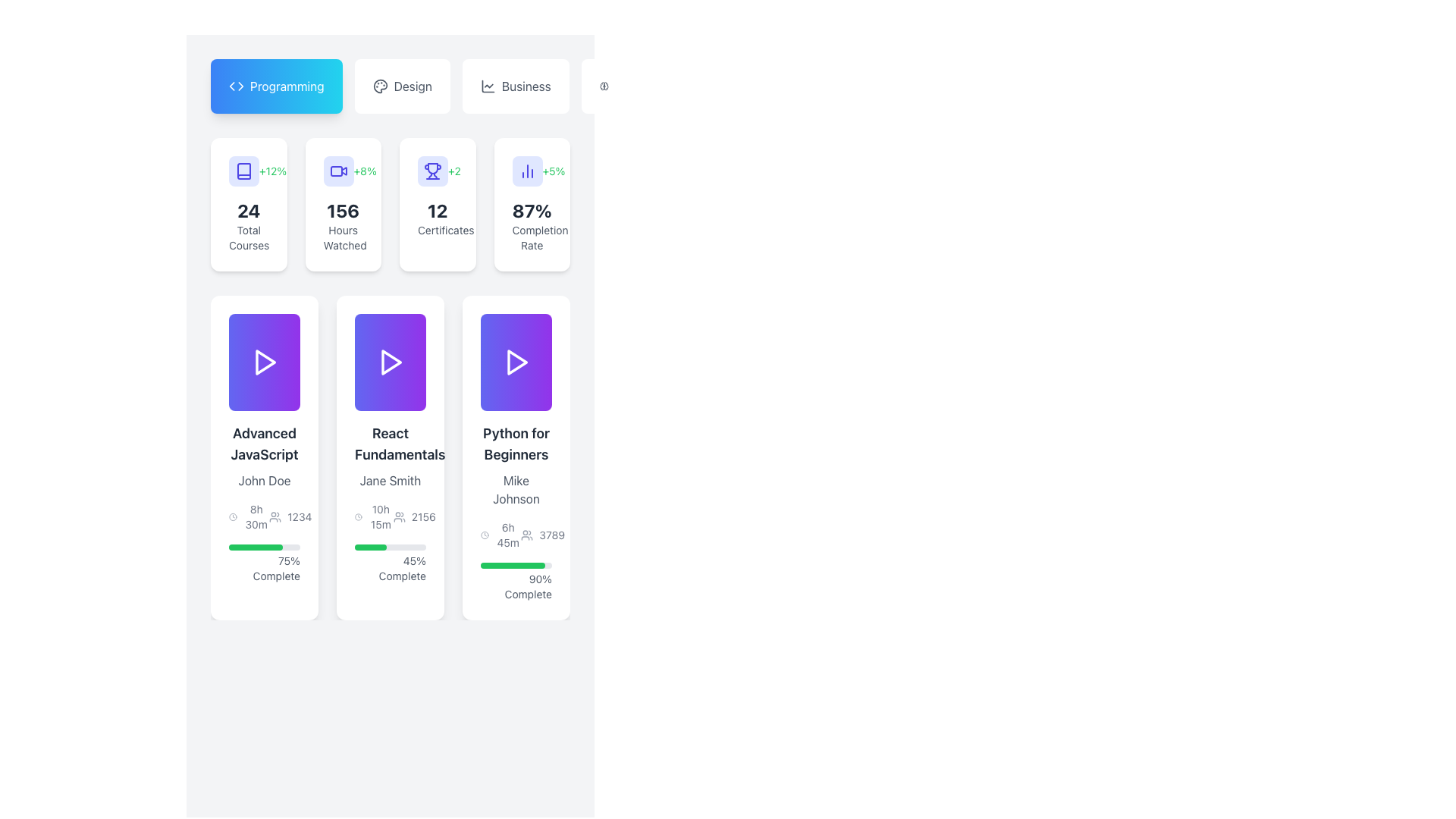 Image resolution: width=1456 pixels, height=819 pixels. Describe the element at coordinates (488, 86) in the screenshot. I see `the visual representation of the 'Business' SVG icon located within the 'Business' button at the top of the user interface` at that location.